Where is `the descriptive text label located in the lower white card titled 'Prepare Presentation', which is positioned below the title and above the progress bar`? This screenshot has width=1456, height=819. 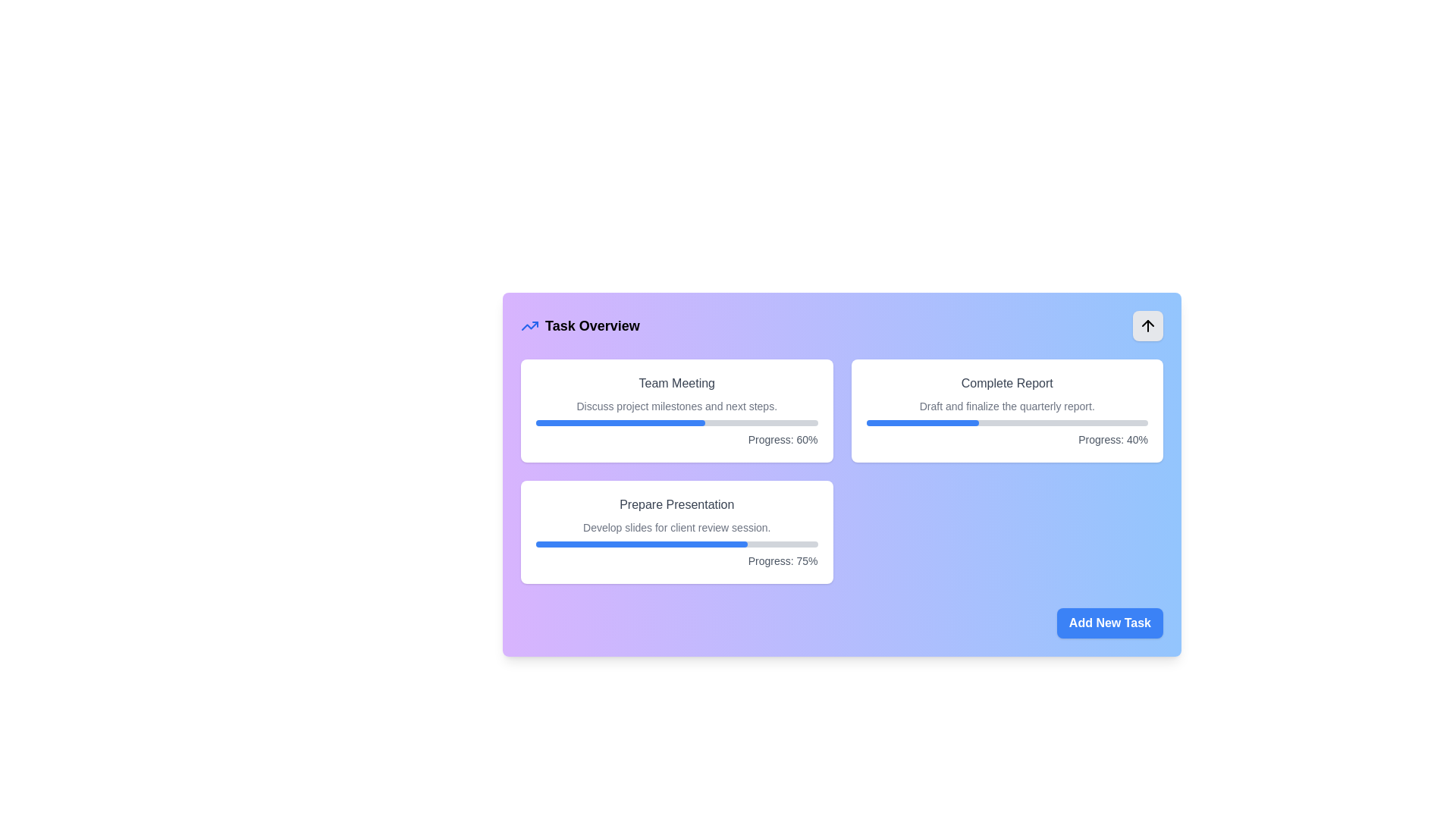
the descriptive text label located in the lower white card titled 'Prepare Presentation', which is positioned below the title and above the progress bar is located at coordinates (676, 526).